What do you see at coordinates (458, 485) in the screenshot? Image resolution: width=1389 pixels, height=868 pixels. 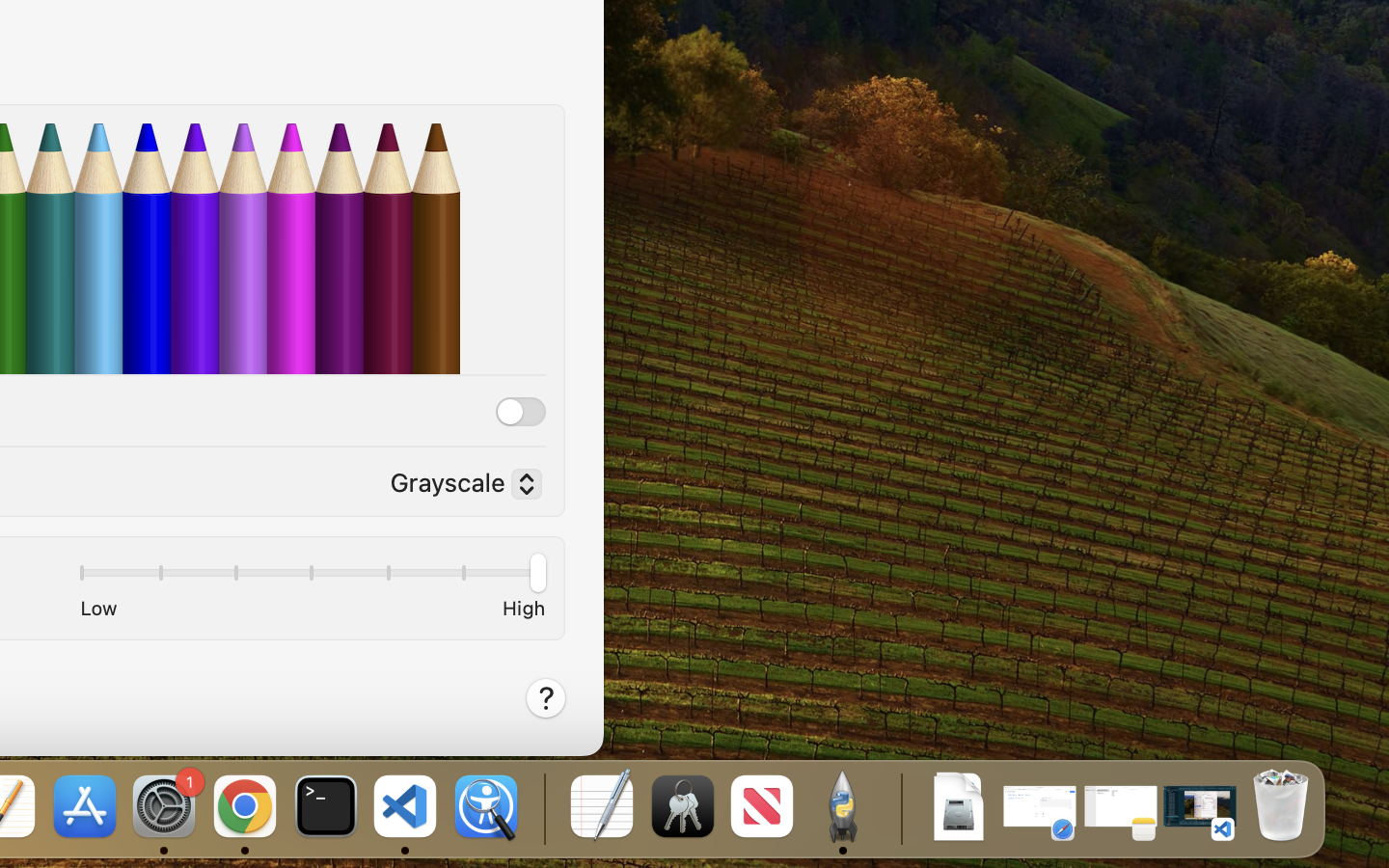 I see `'Grayscale'` at bounding box center [458, 485].